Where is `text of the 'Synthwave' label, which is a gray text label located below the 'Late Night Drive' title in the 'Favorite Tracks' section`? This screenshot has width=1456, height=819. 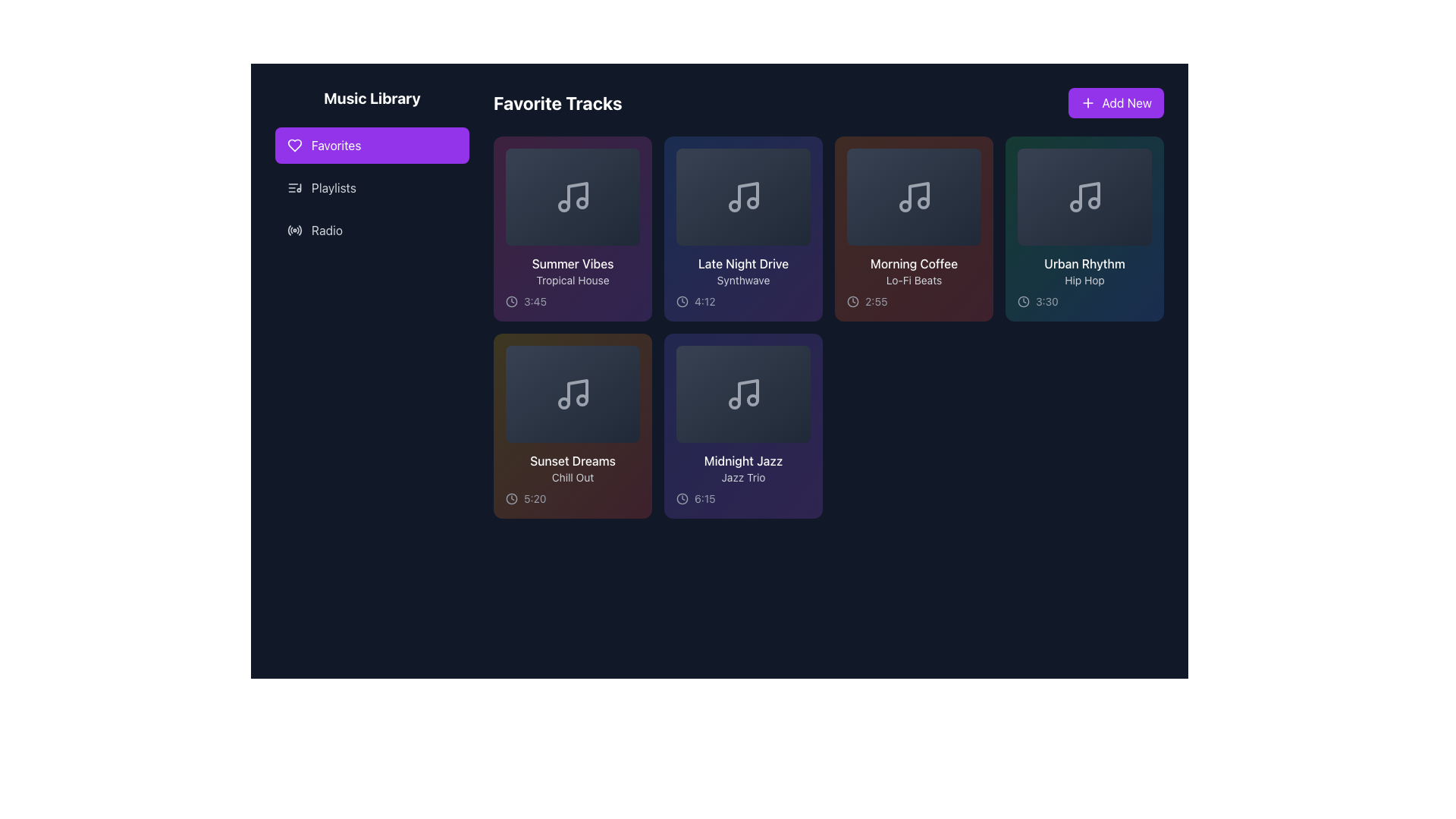
text of the 'Synthwave' label, which is a gray text label located below the 'Late Night Drive' title in the 'Favorite Tracks' section is located at coordinates (743, 281).